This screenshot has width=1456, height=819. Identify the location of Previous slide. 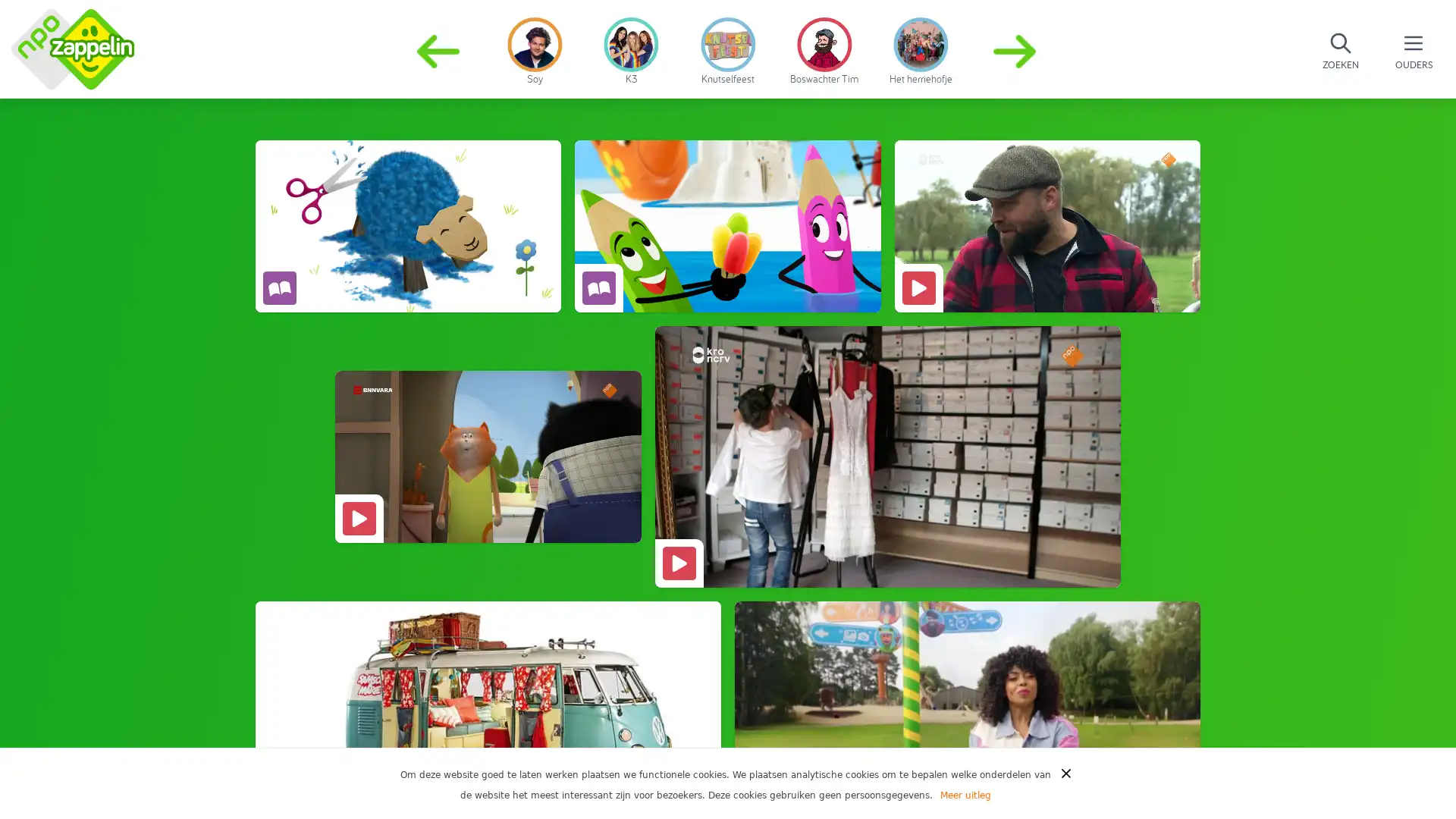
(439, 49).